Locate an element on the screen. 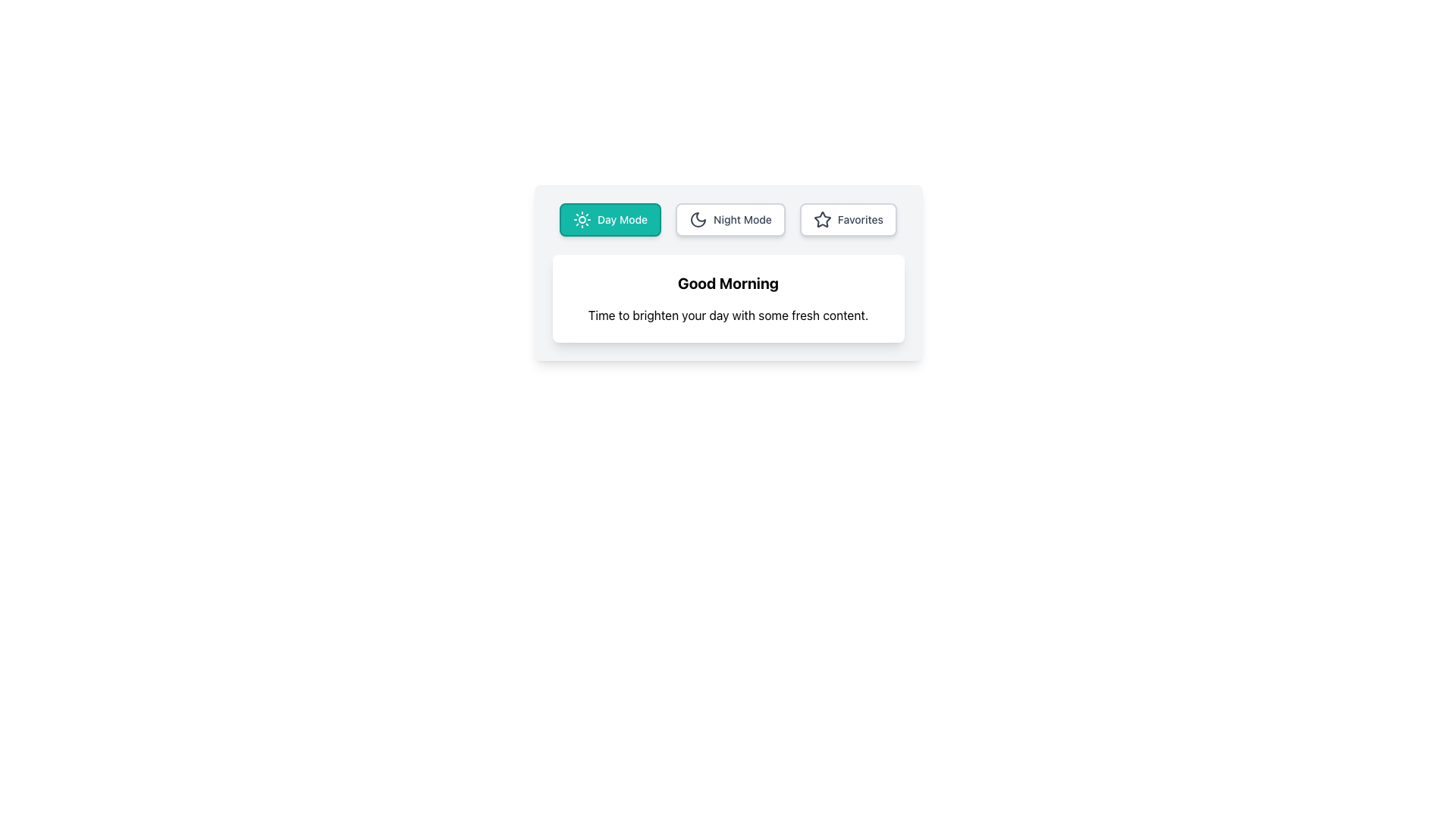 The height and width of the screenshot is (819, 1456). the first button on the left side of the row is located at coordinates (610, 219).